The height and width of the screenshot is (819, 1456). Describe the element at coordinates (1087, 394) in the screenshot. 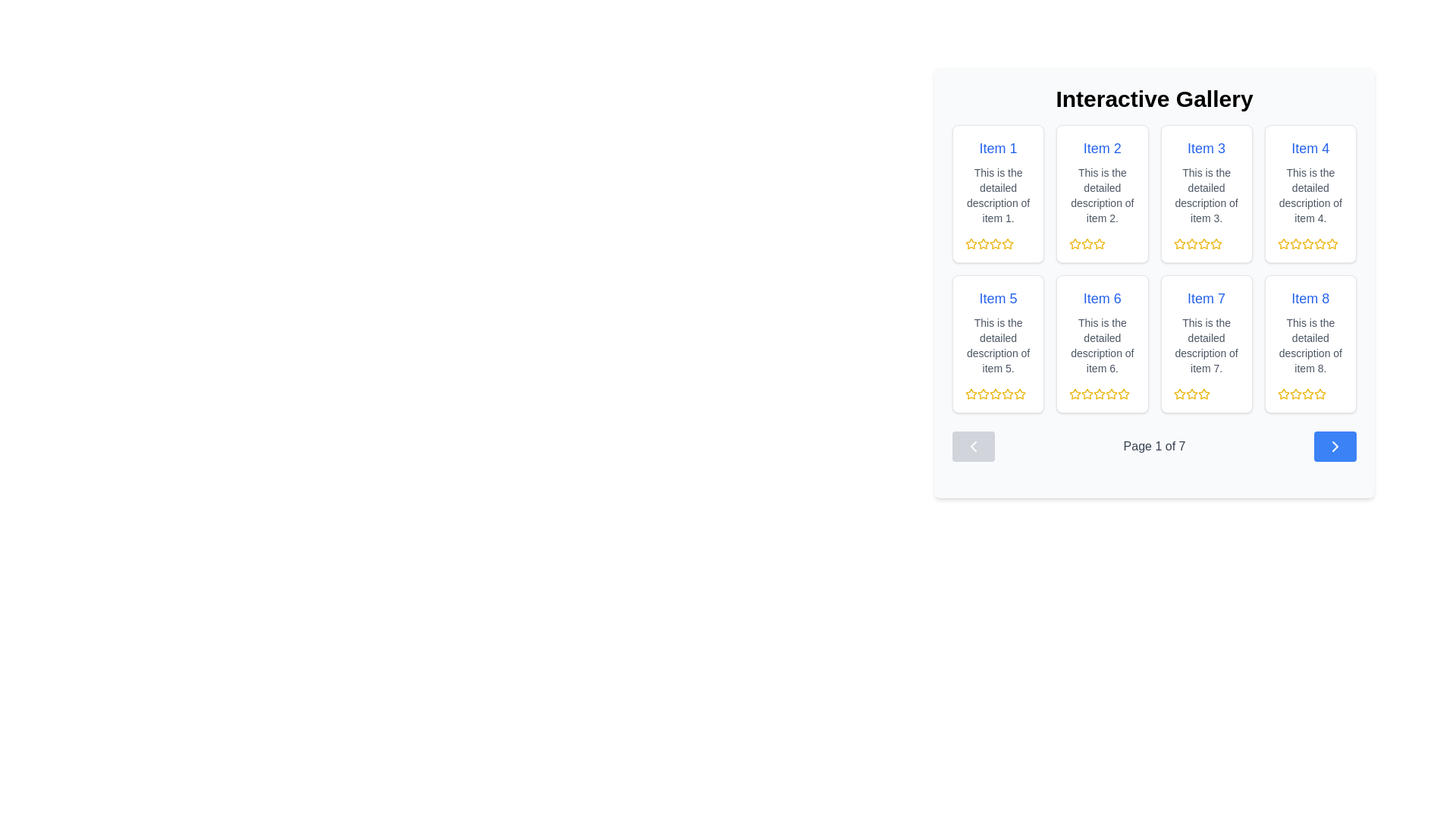

I see `the third yellow star-shaped icon from the left in the row of rating stars below 'Item 6'` at that location.